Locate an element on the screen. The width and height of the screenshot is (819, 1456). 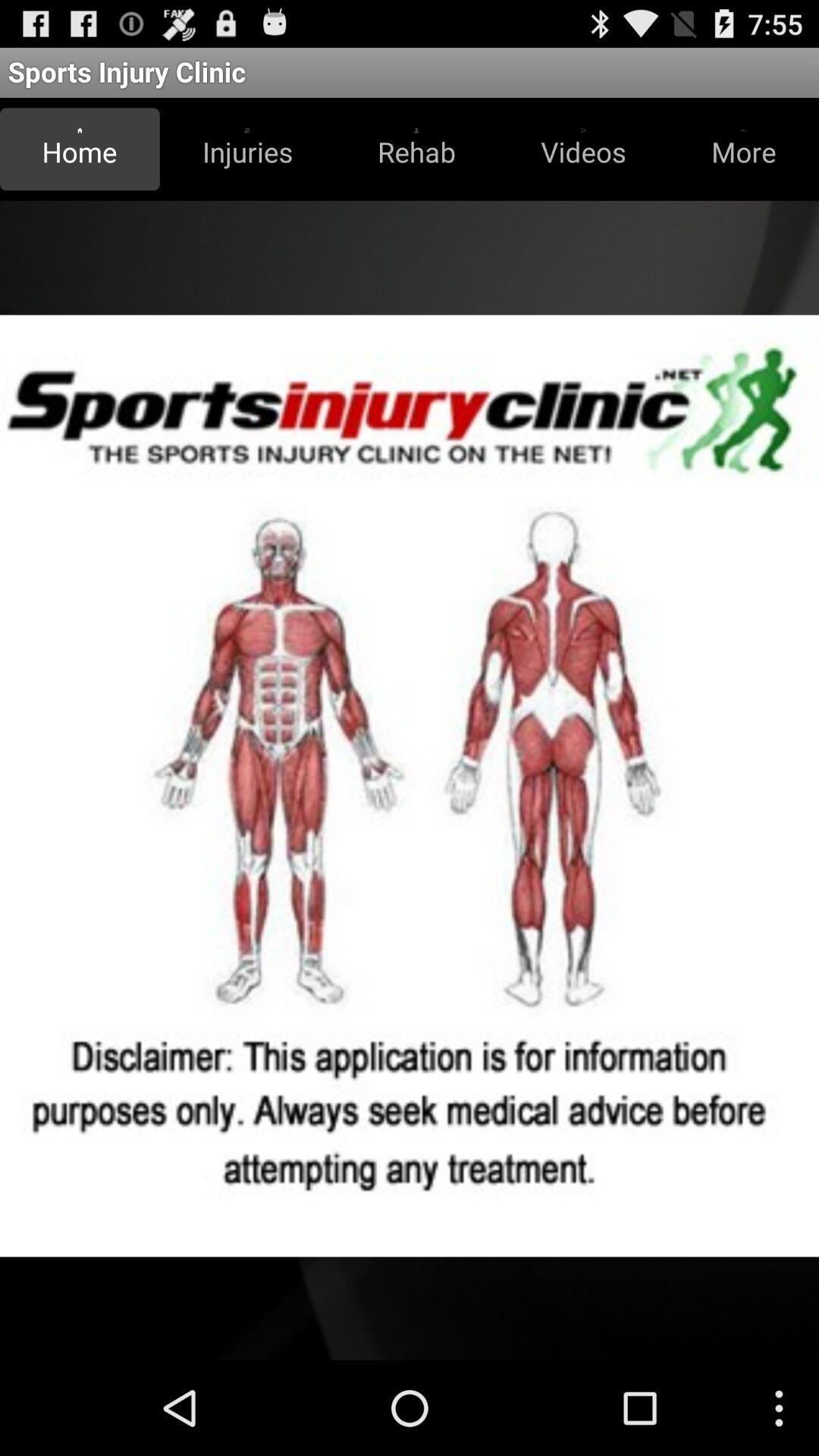
the icon next to injuries item is located at coordinates (416, 149).